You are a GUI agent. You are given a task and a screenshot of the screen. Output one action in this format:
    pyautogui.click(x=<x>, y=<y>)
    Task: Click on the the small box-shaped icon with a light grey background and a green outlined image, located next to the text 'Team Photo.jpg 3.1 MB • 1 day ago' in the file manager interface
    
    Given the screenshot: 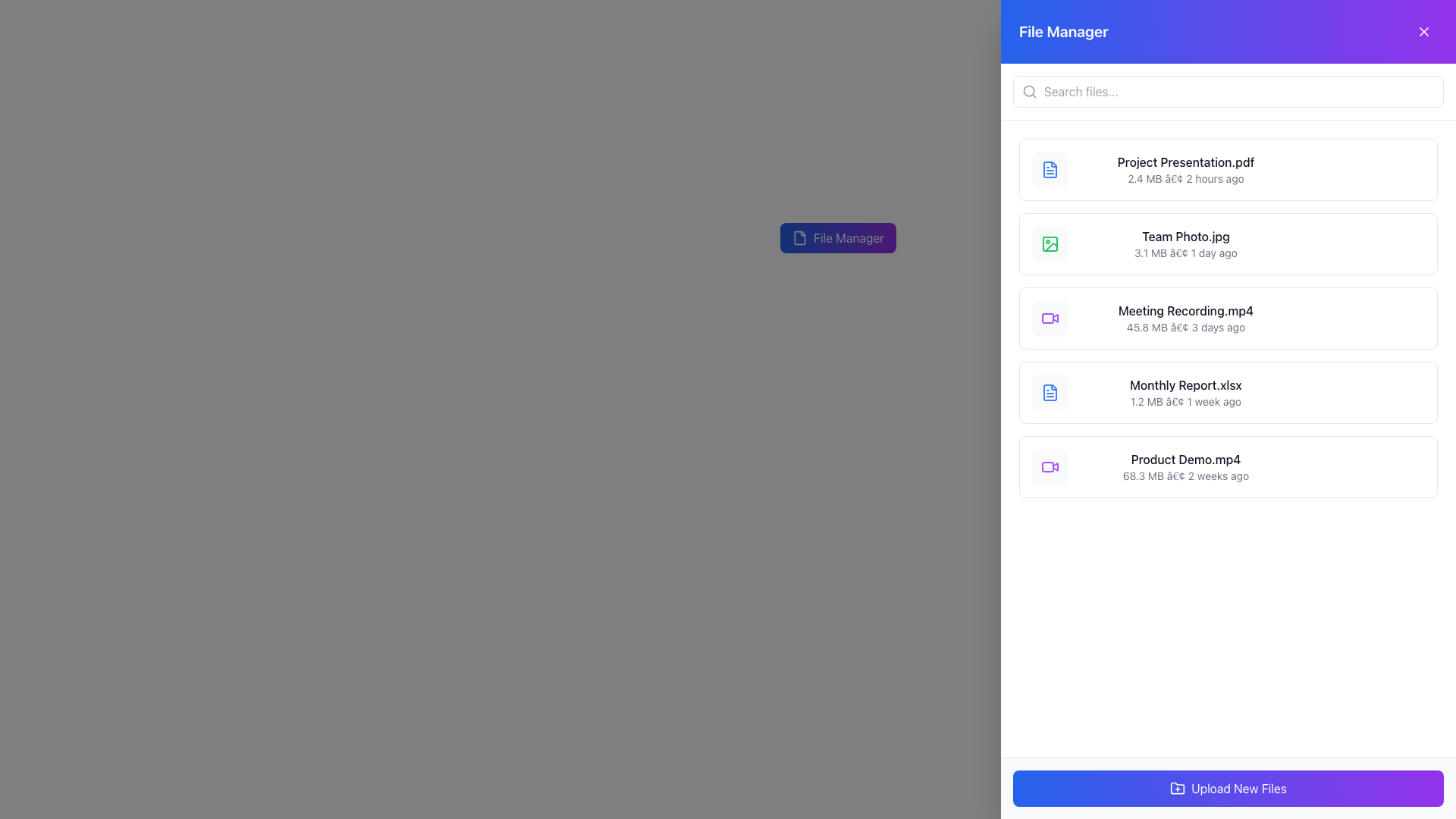 What is the action you would take?
    pyautogui.click(x=1050, y=243)
    